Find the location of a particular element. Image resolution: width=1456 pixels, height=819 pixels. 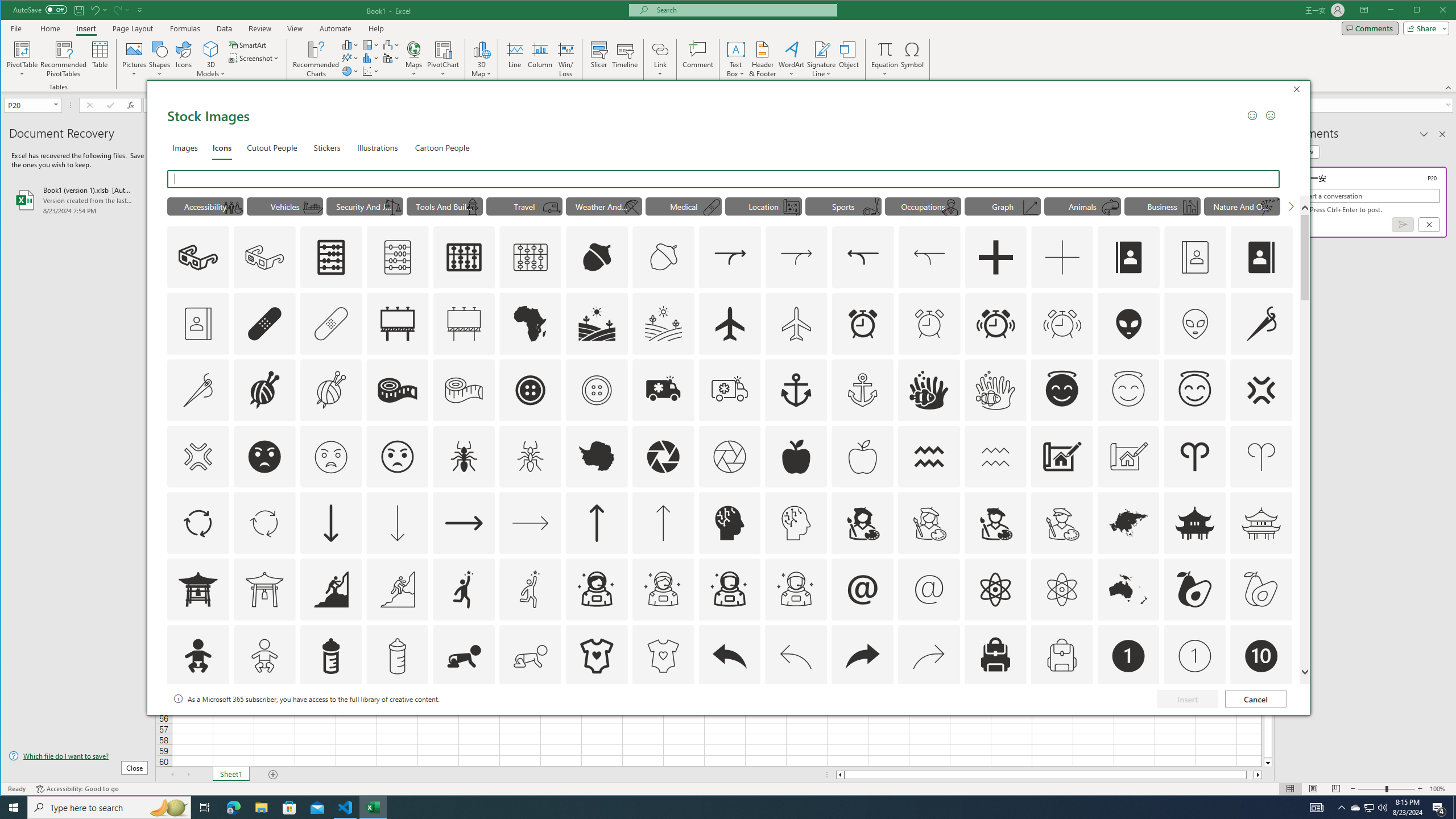

'3D Map' is located at coordinates (482, 59).